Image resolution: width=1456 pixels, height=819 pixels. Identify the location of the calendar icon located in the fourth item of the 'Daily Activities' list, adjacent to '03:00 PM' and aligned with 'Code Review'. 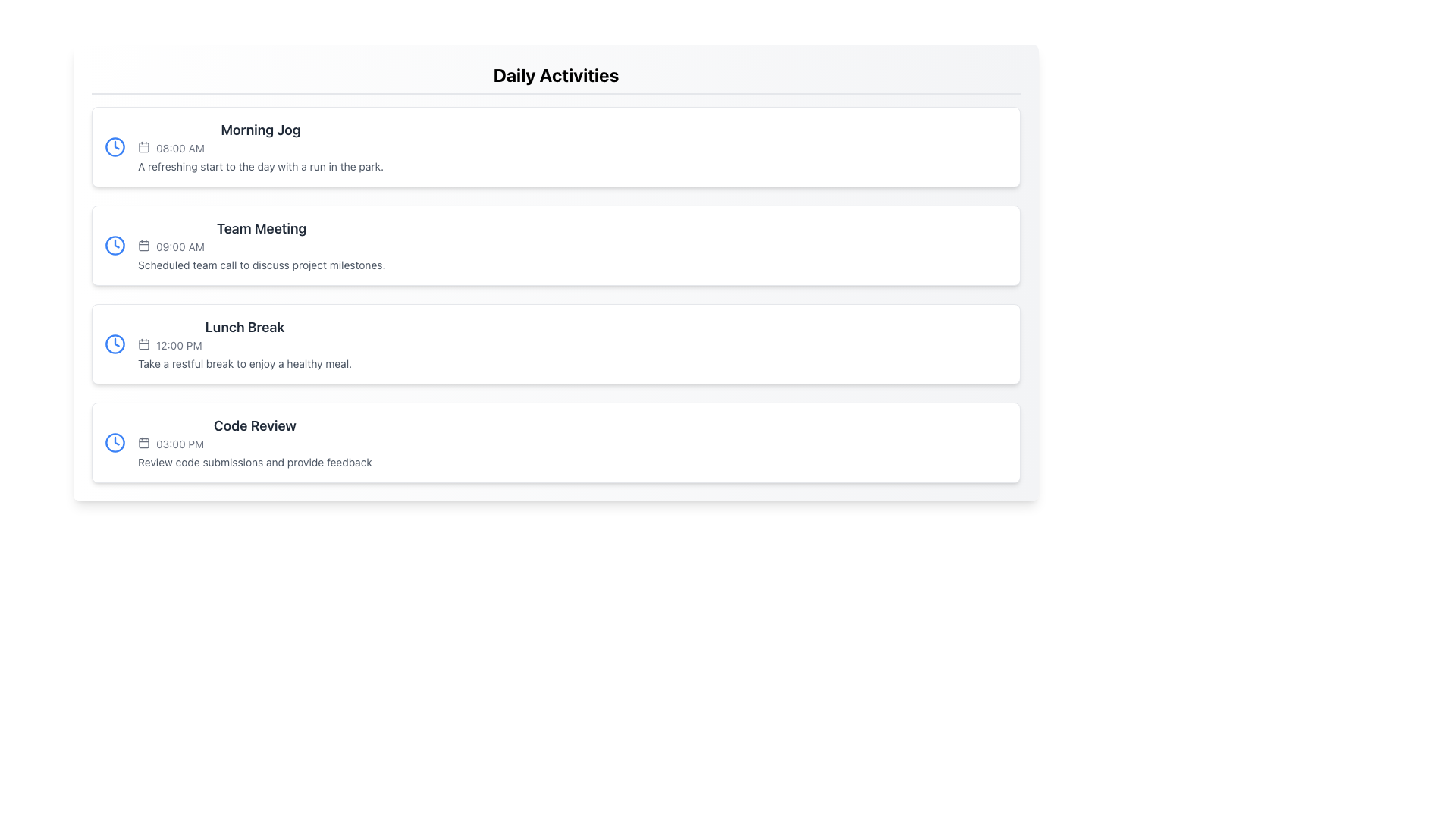
(144, 442).